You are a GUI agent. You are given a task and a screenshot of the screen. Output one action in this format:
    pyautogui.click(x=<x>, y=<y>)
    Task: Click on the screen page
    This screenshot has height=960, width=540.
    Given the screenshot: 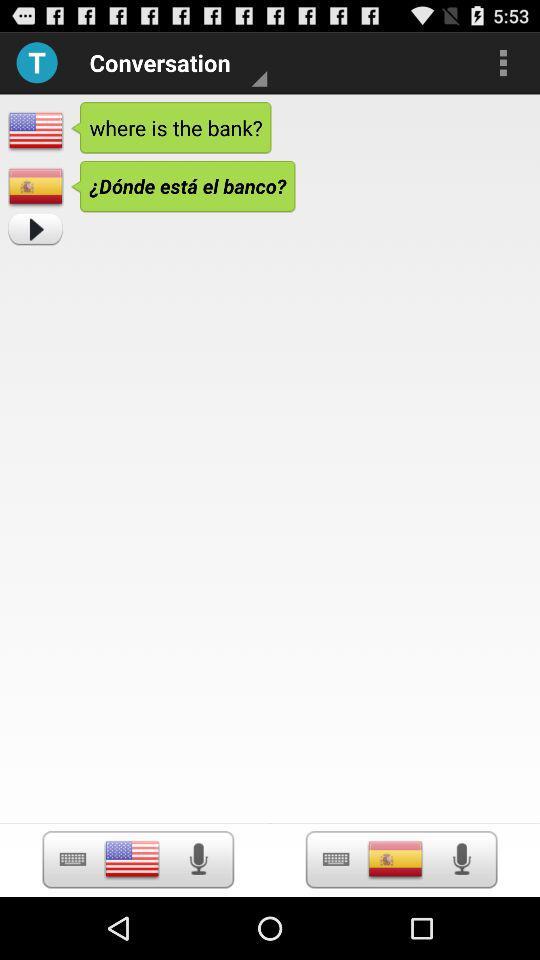 What is the action you would take?
    pyautogui.click(x=395, y=858)
    